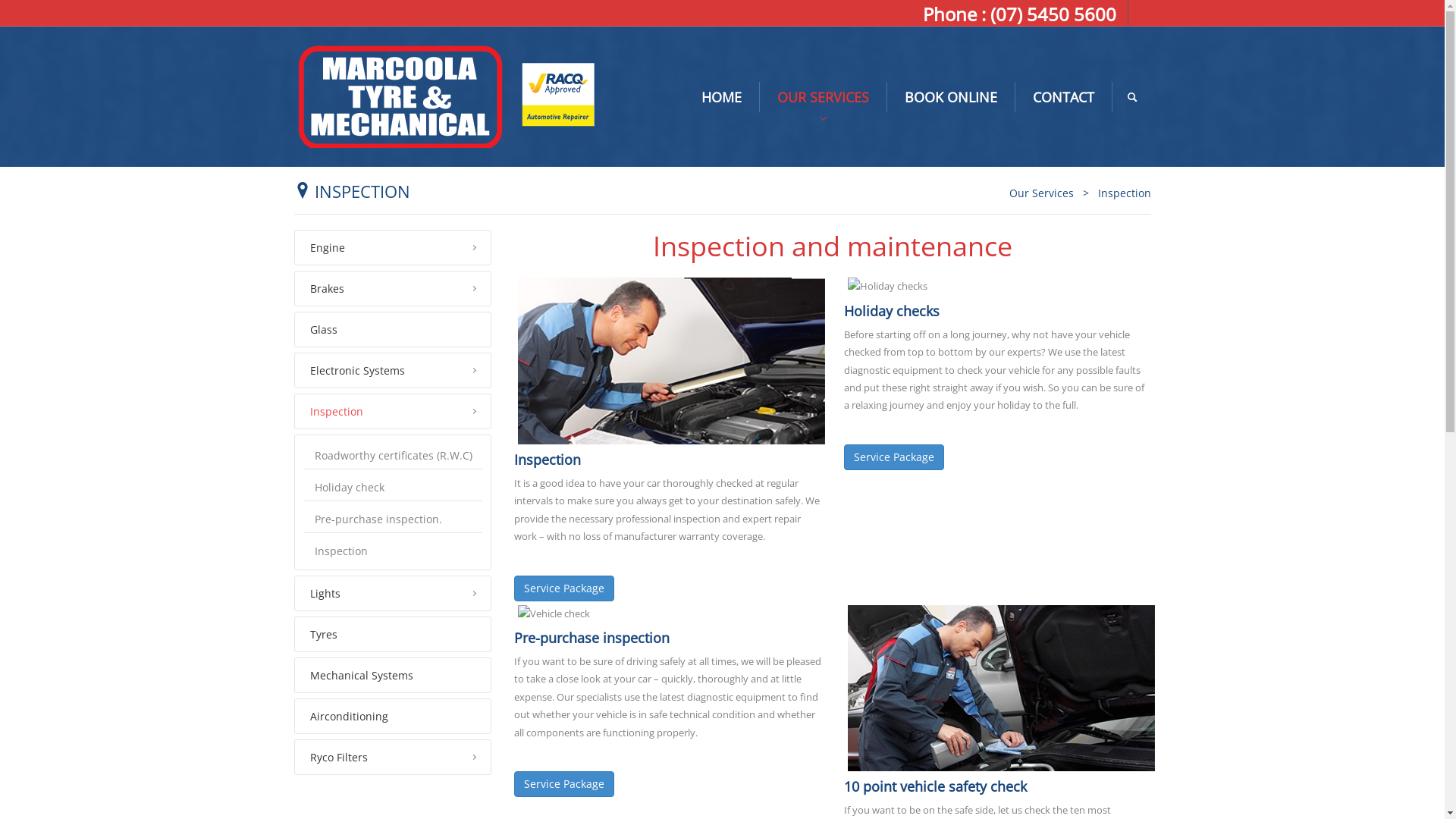 This screenshot has width=1456, height=819. What do you see at coordinates (822, 96) in the screenshot?
I see `'OUR SERVICES'` at bounding box center [822, 96].